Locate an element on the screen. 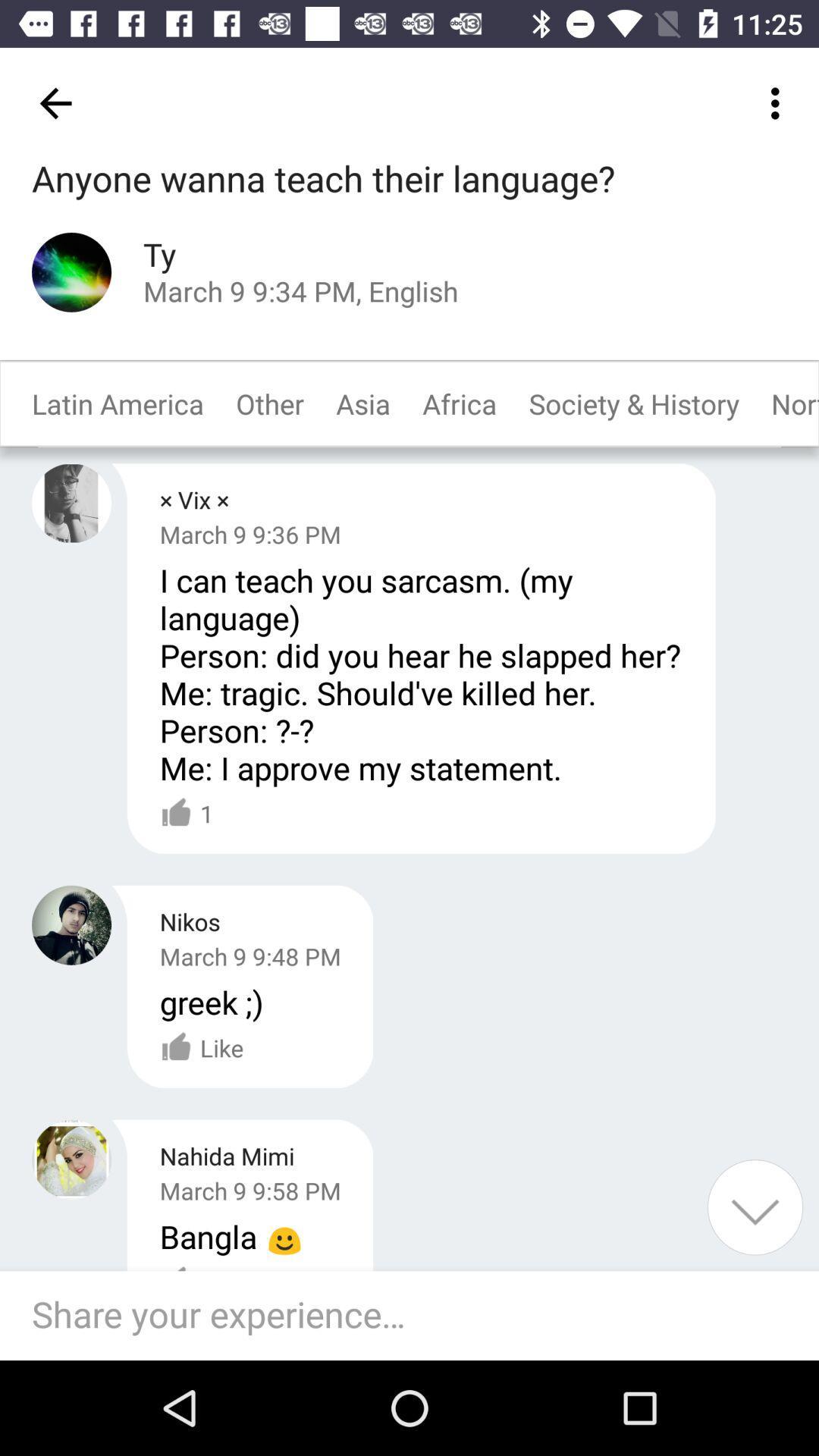  the icon below like is located at coordinates (417, 1315).